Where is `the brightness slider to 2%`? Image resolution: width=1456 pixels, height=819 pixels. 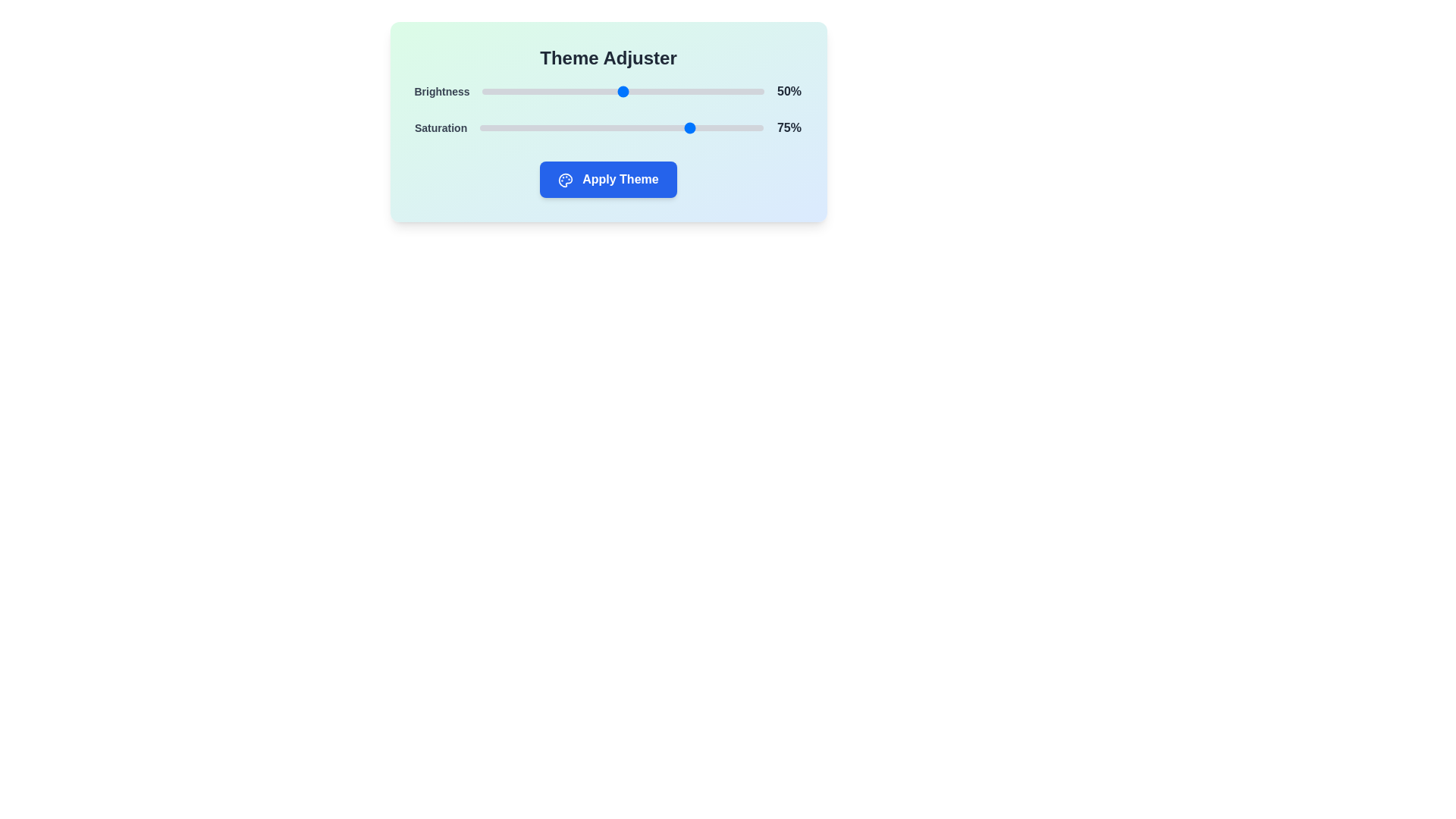
the brightness slider to 2% is located at coordinates (488, 91).